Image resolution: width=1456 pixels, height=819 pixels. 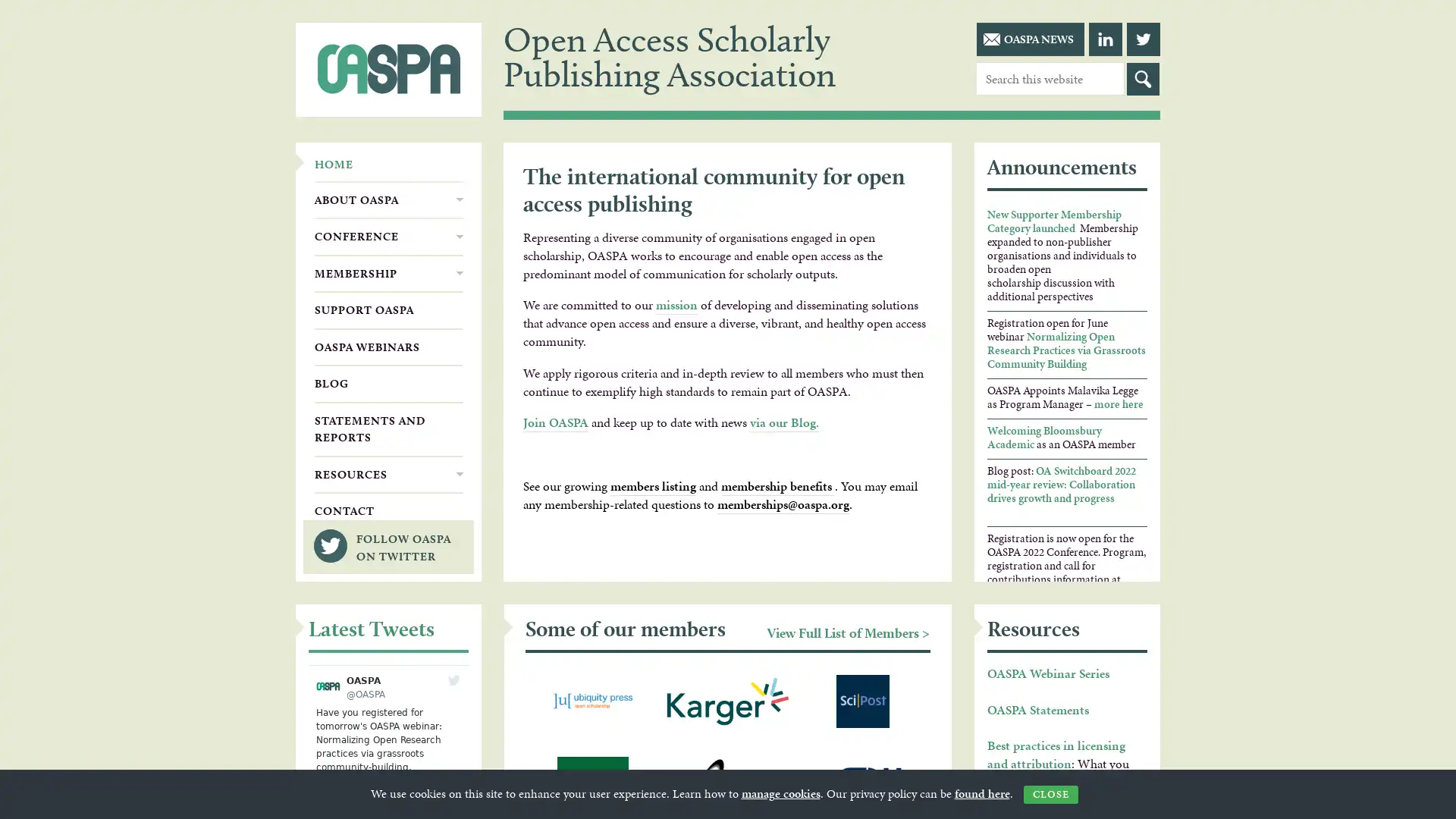 What do you see at coordinates (1050, 794) in the screenshot?
I see `CLOSE` at bounding box center [1050, 794].